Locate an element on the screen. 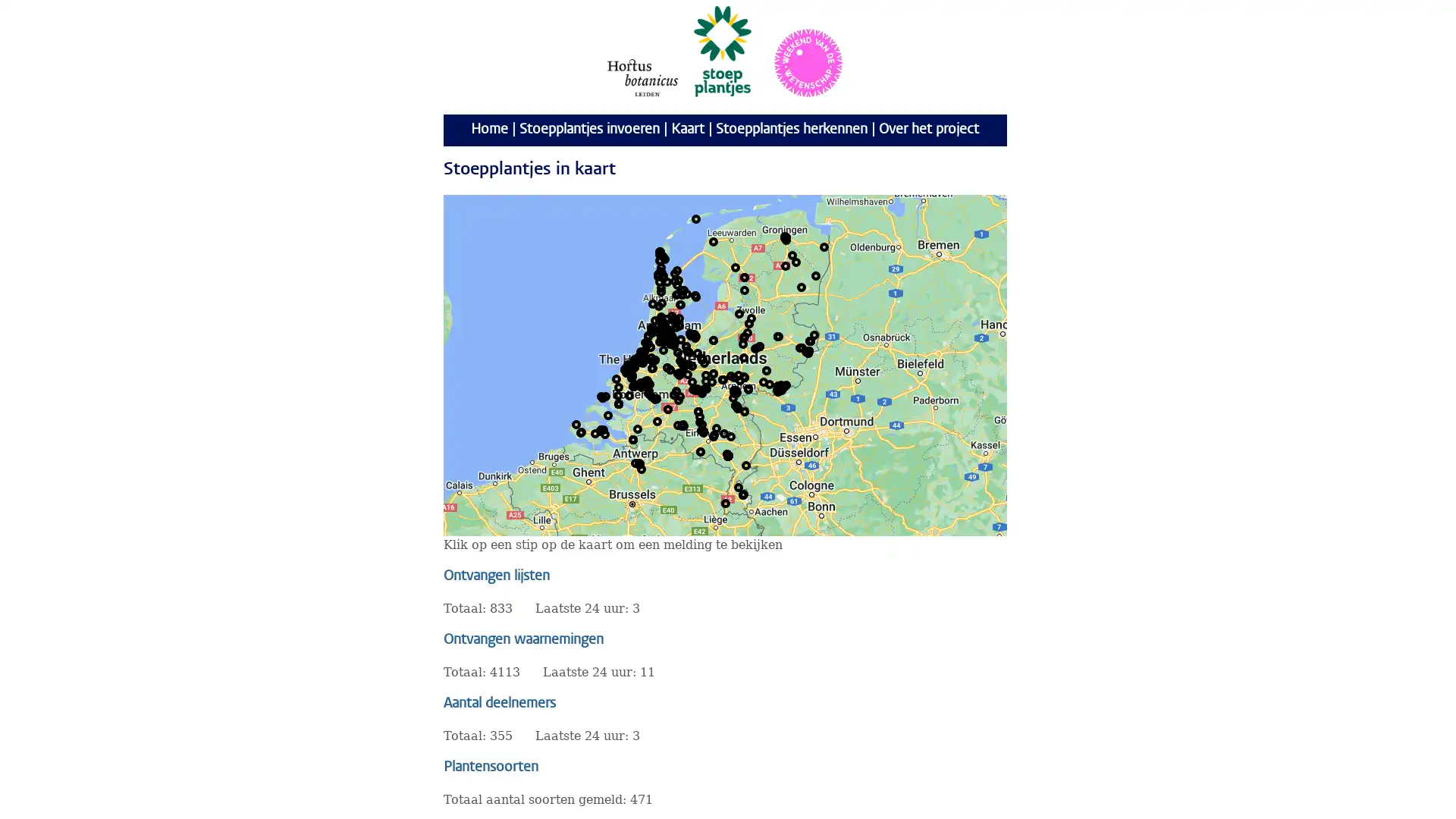  Telling van Judith op 27 mei 2022 is located at coordinates (600, 430).